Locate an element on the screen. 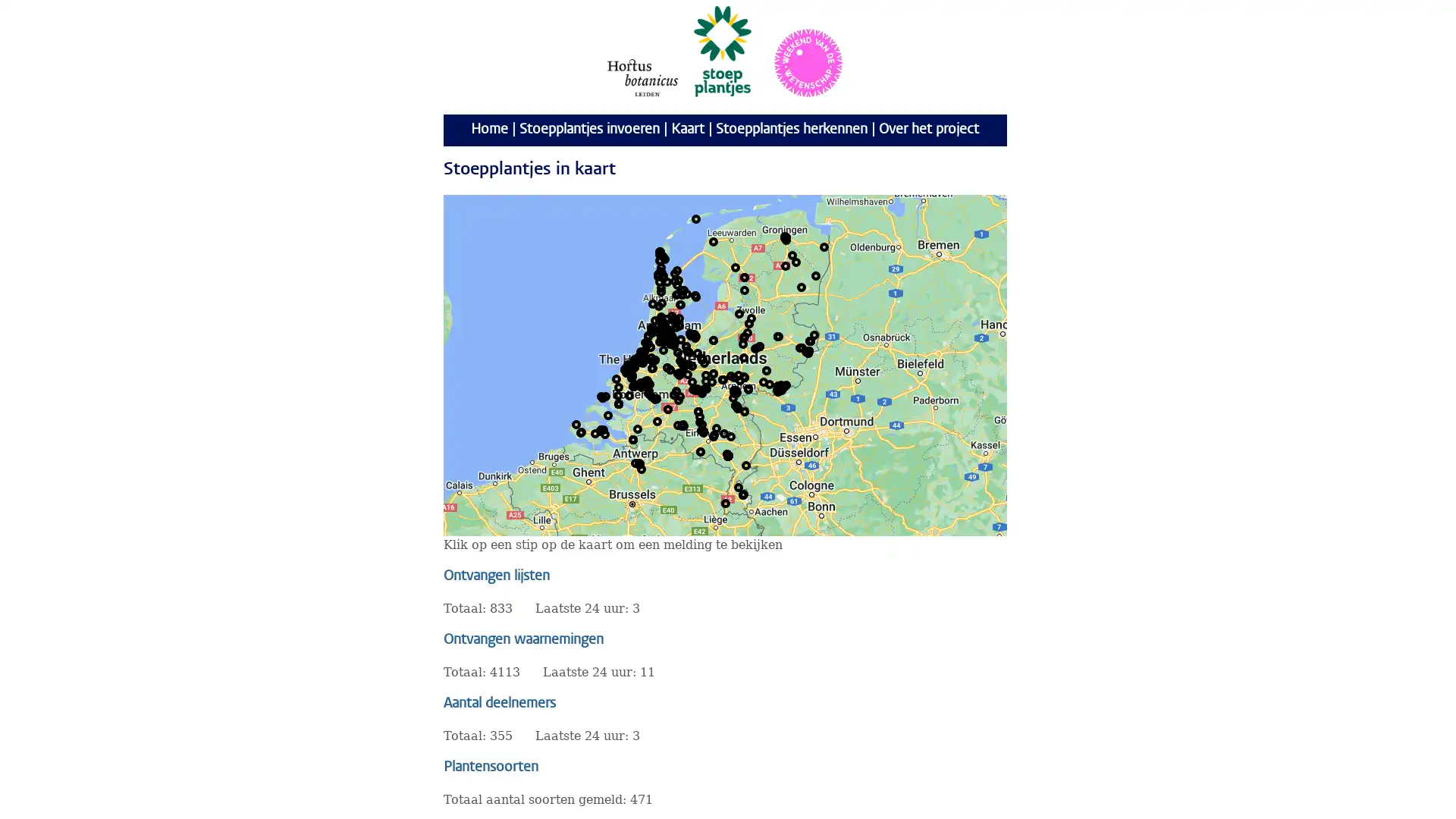  Telling van Judith op 27 mei 2022 is located at coordinates (600, 430).